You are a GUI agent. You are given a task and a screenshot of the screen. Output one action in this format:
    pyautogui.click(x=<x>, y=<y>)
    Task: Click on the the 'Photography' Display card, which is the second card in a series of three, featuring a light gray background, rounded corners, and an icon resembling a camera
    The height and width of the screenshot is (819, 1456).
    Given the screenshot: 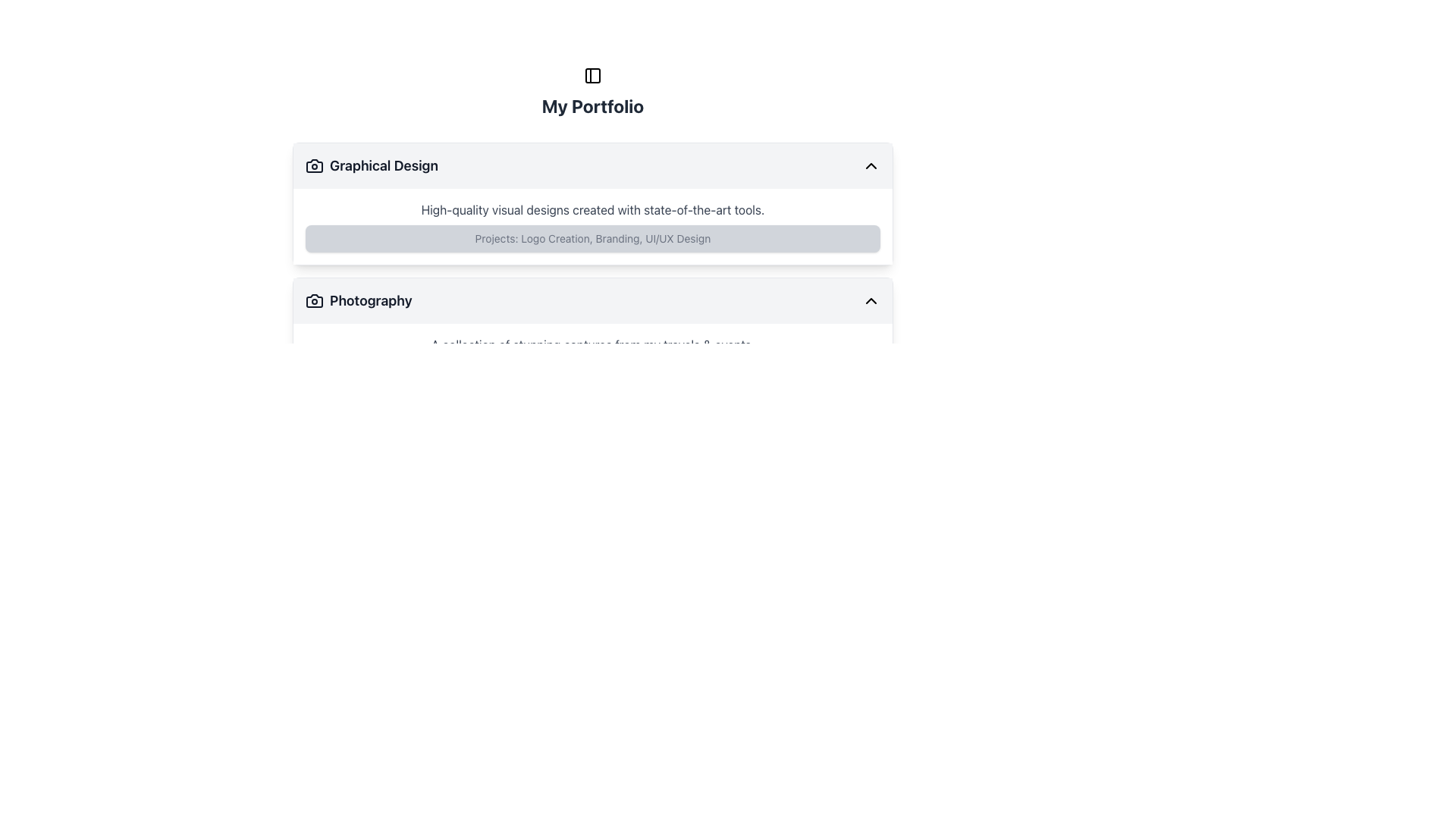 What is the action you would take?
    pyautogui.click(x=592, y=338)
    